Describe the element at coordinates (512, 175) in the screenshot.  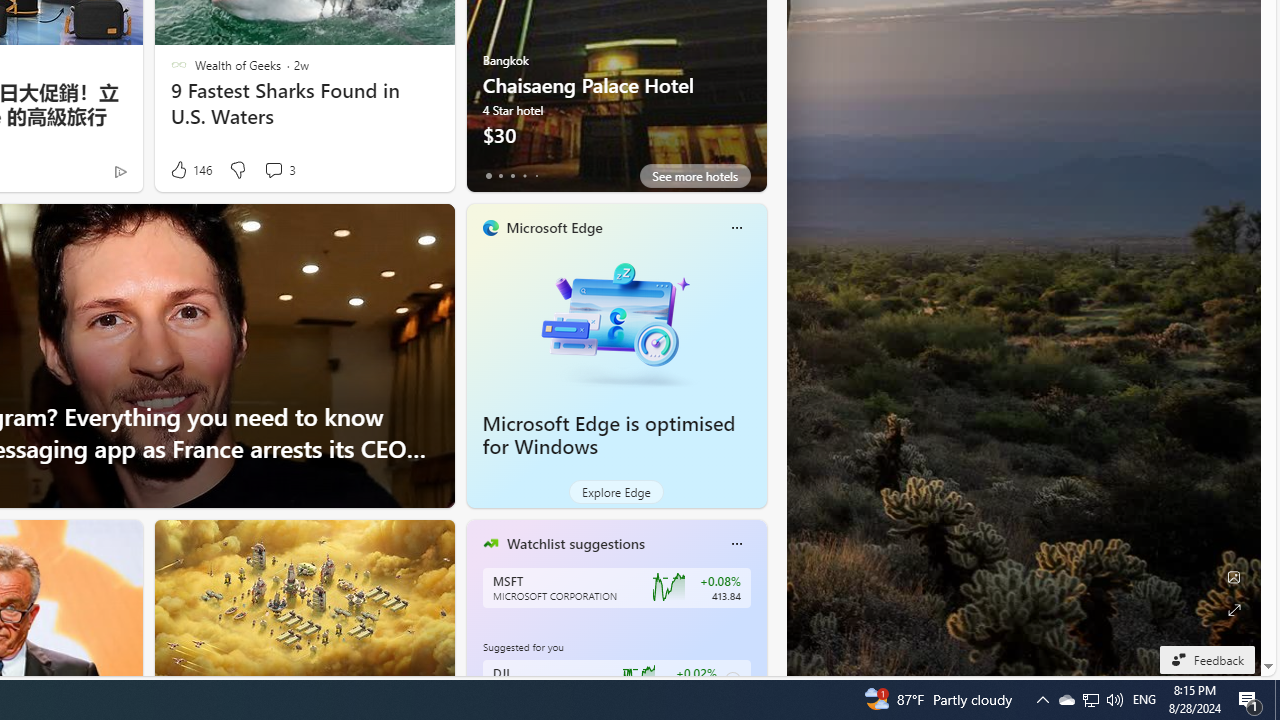
I see `'tab-2'` at that location.